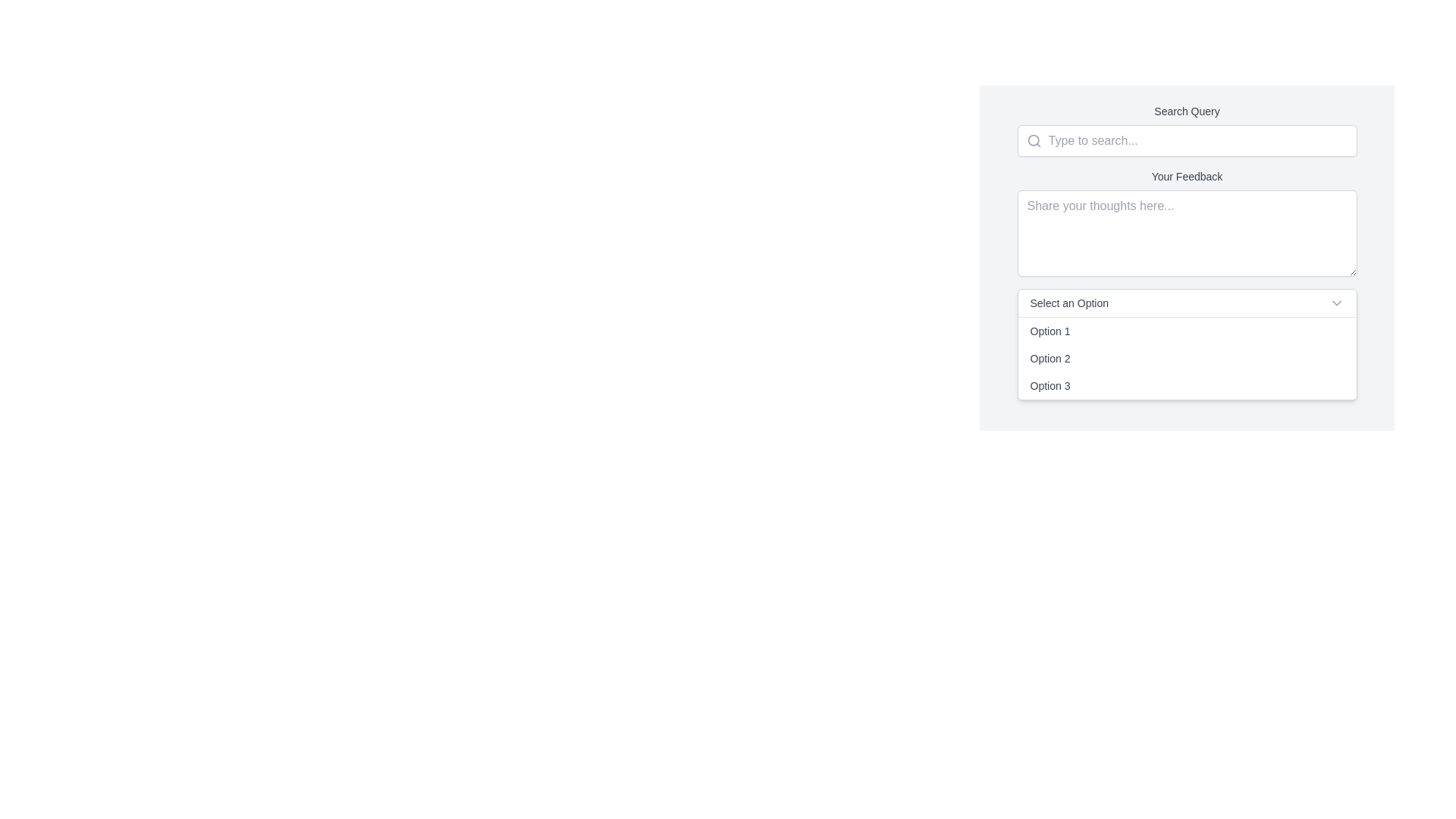  Describe the element at coordinates (1186, 234) in the screenshot. I see `and drop text into the text input area located directly below the label 'Your Feedback'. This textarea allows users` at that location.